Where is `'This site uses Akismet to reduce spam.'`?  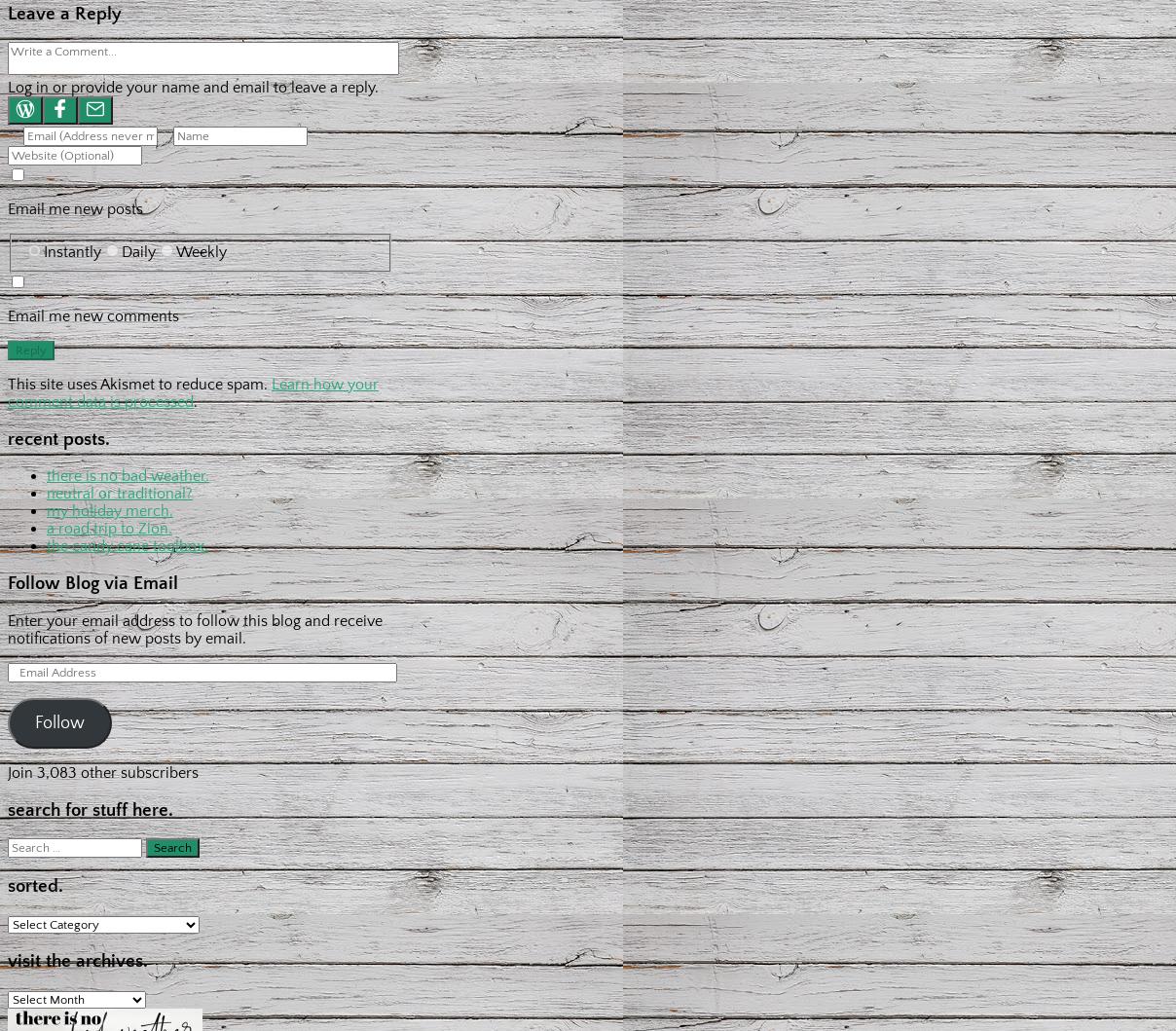 'This site uses Akismet to reduce spam.' is located at coordinates (138, 382).